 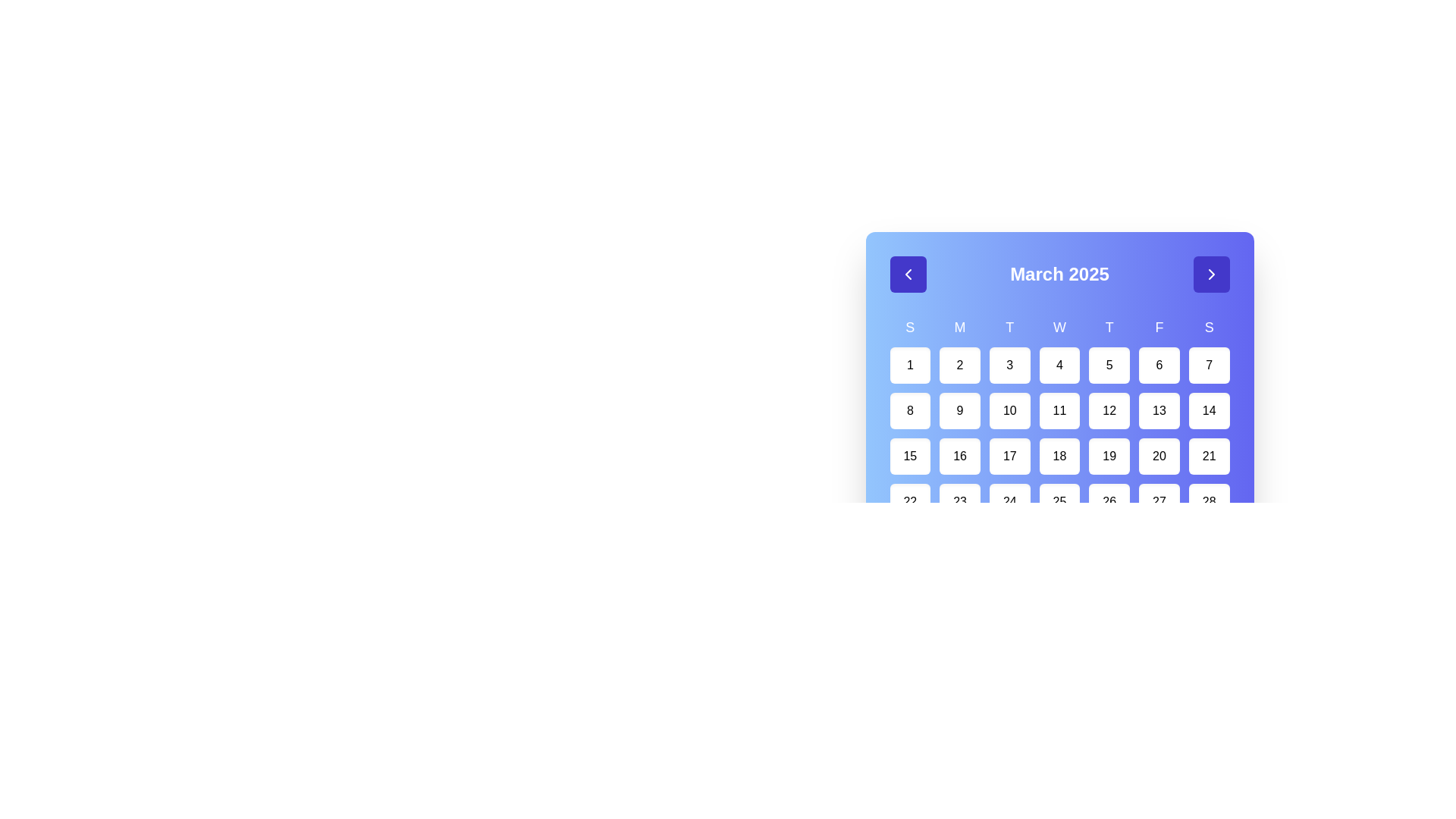 I want to click on the bold white letter 'F' on a purple background, which is the sixth item in a sequence of day initials in the week grid interface, so click(x=1158, y=327).